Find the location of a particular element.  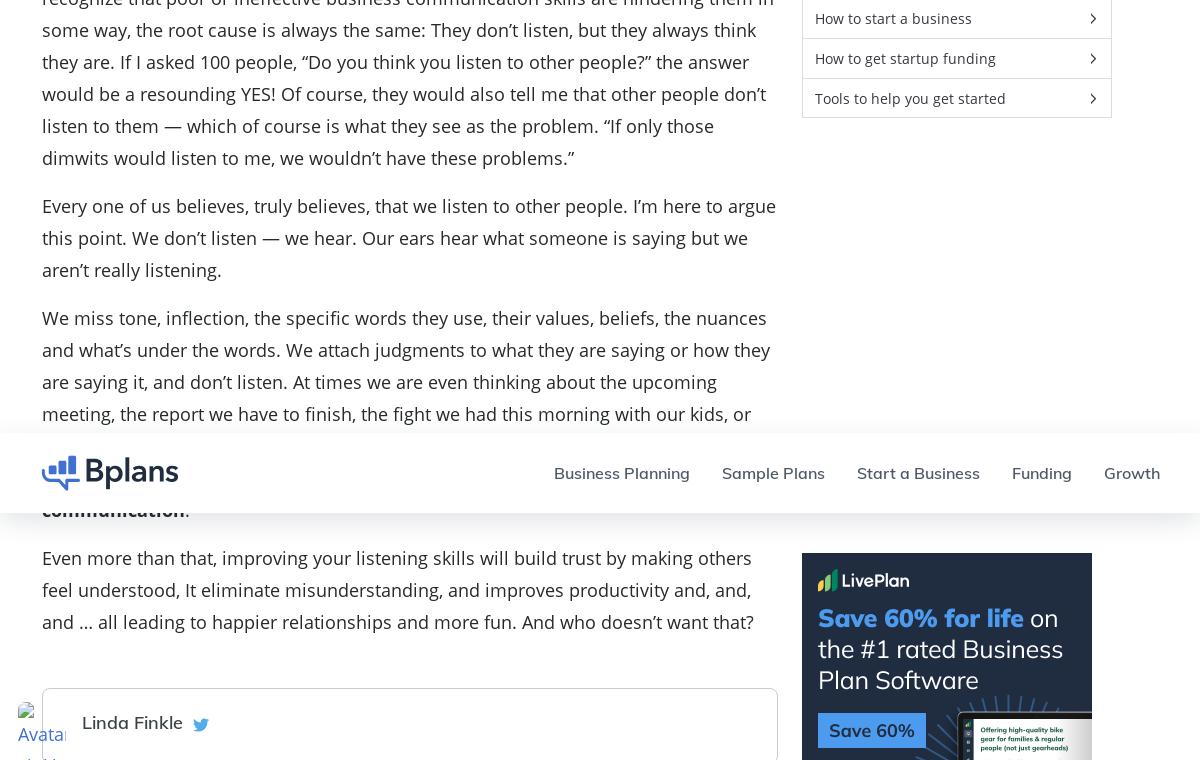

'Careers' is located at coordinates (1094, 126).